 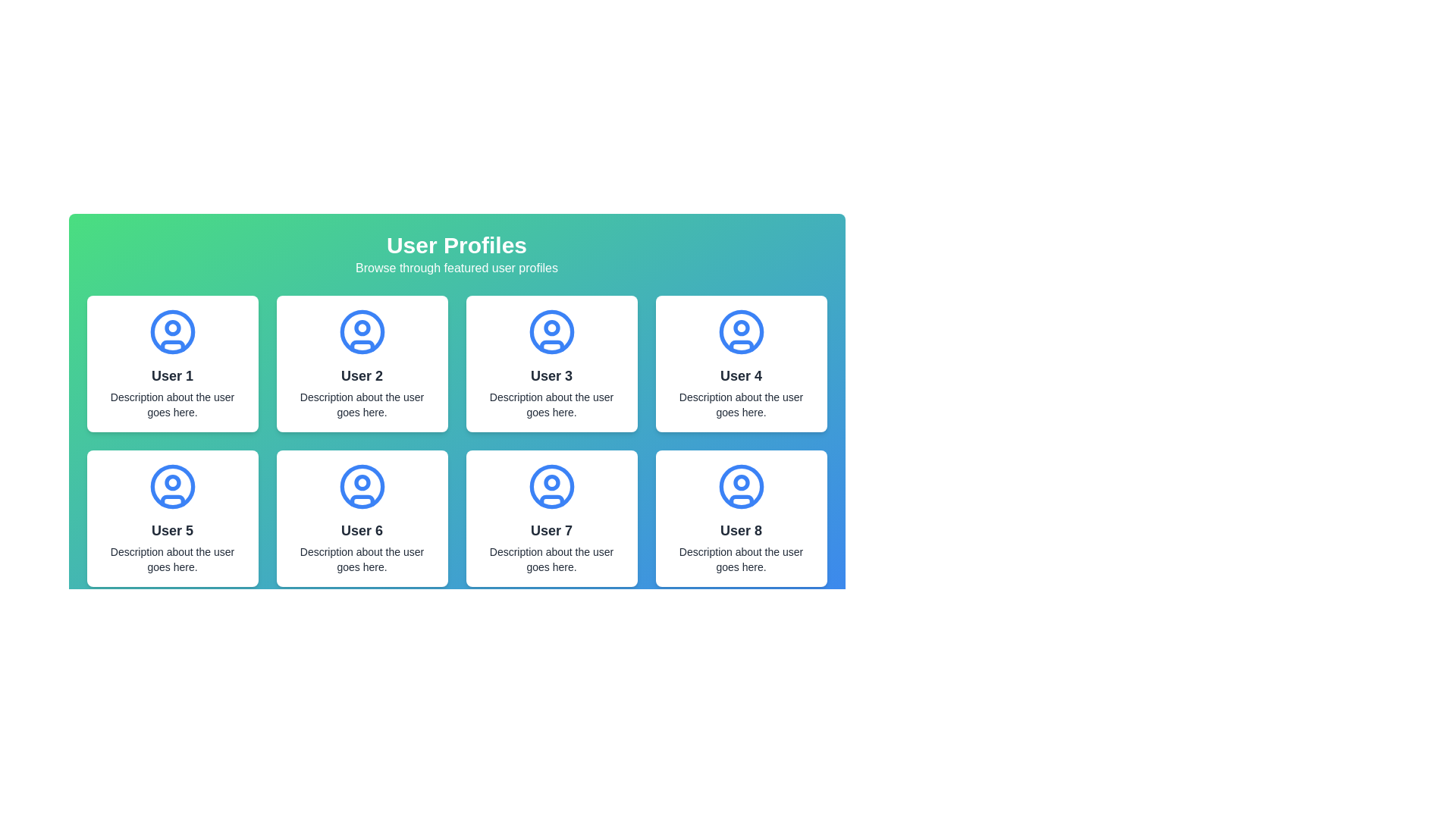 I want to click on the static text that reads 'Browse through featured user profiles', which is styled in a smaller, lighter font and located directly beneath the 'User Profiles' header, so click(x=456, y=268).